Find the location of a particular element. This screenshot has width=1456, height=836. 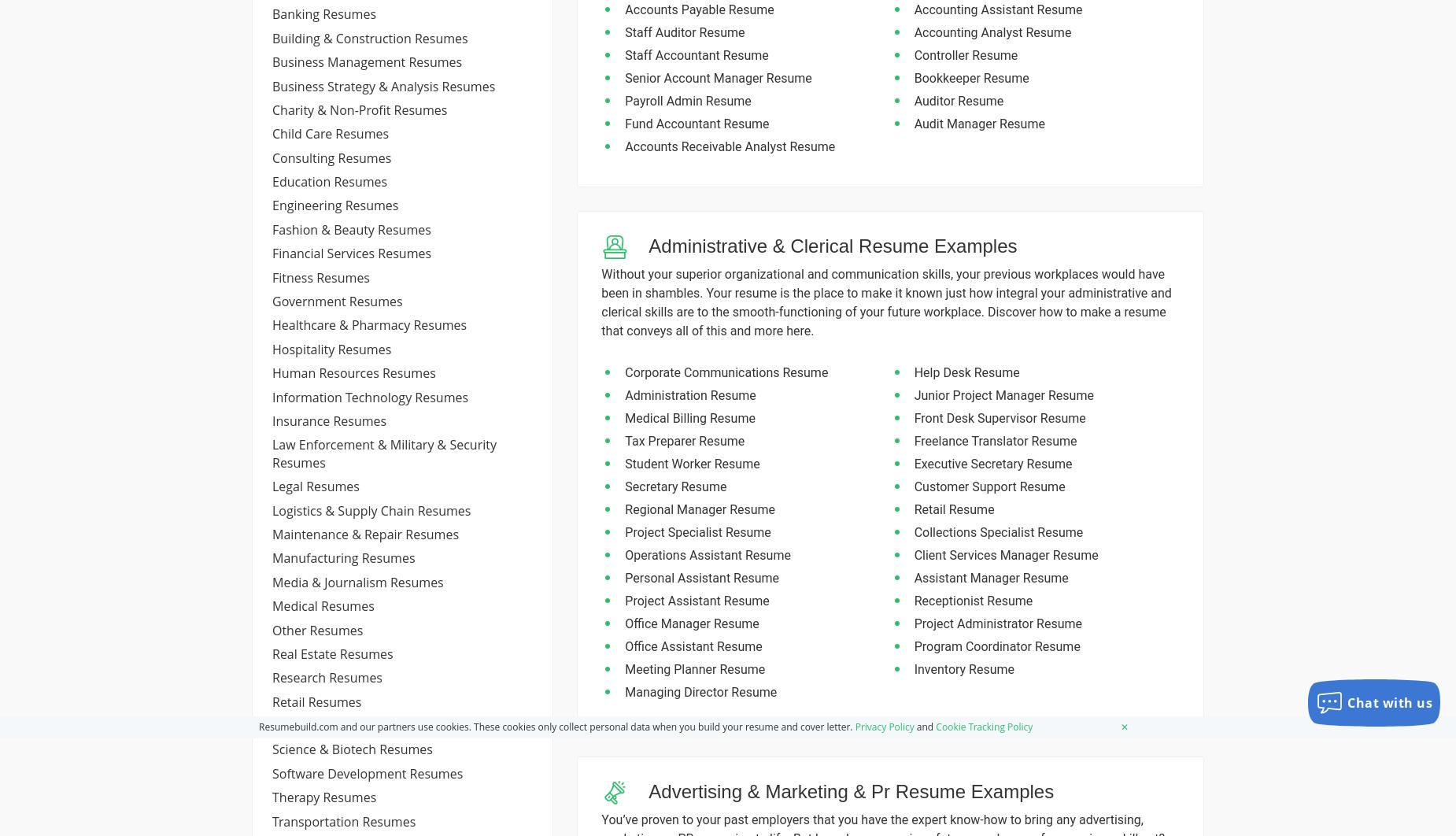

'fitness resumes' is located at coordinates (320, 276).